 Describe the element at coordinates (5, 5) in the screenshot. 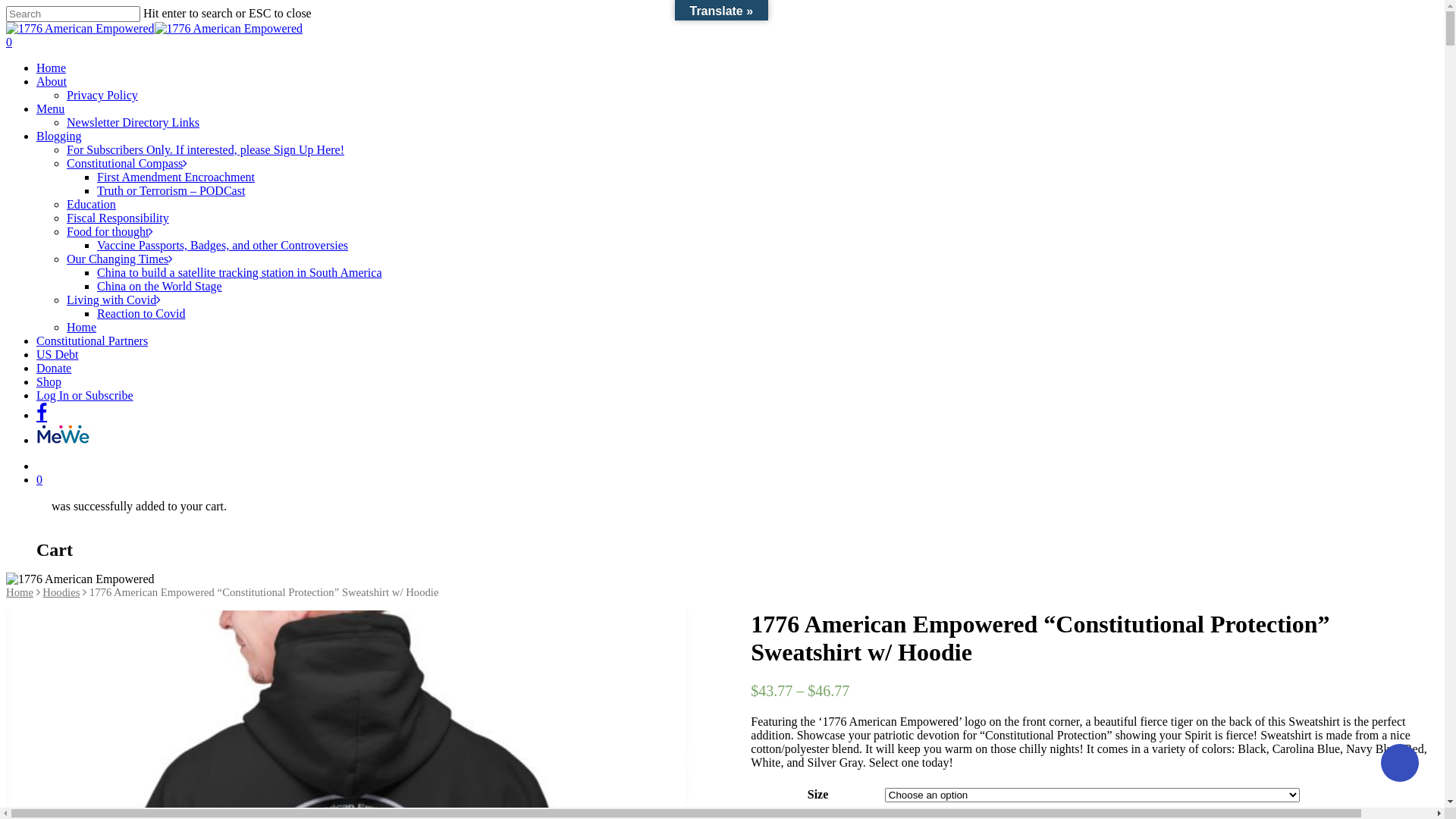

I see `'Skip to main content'` at that location.